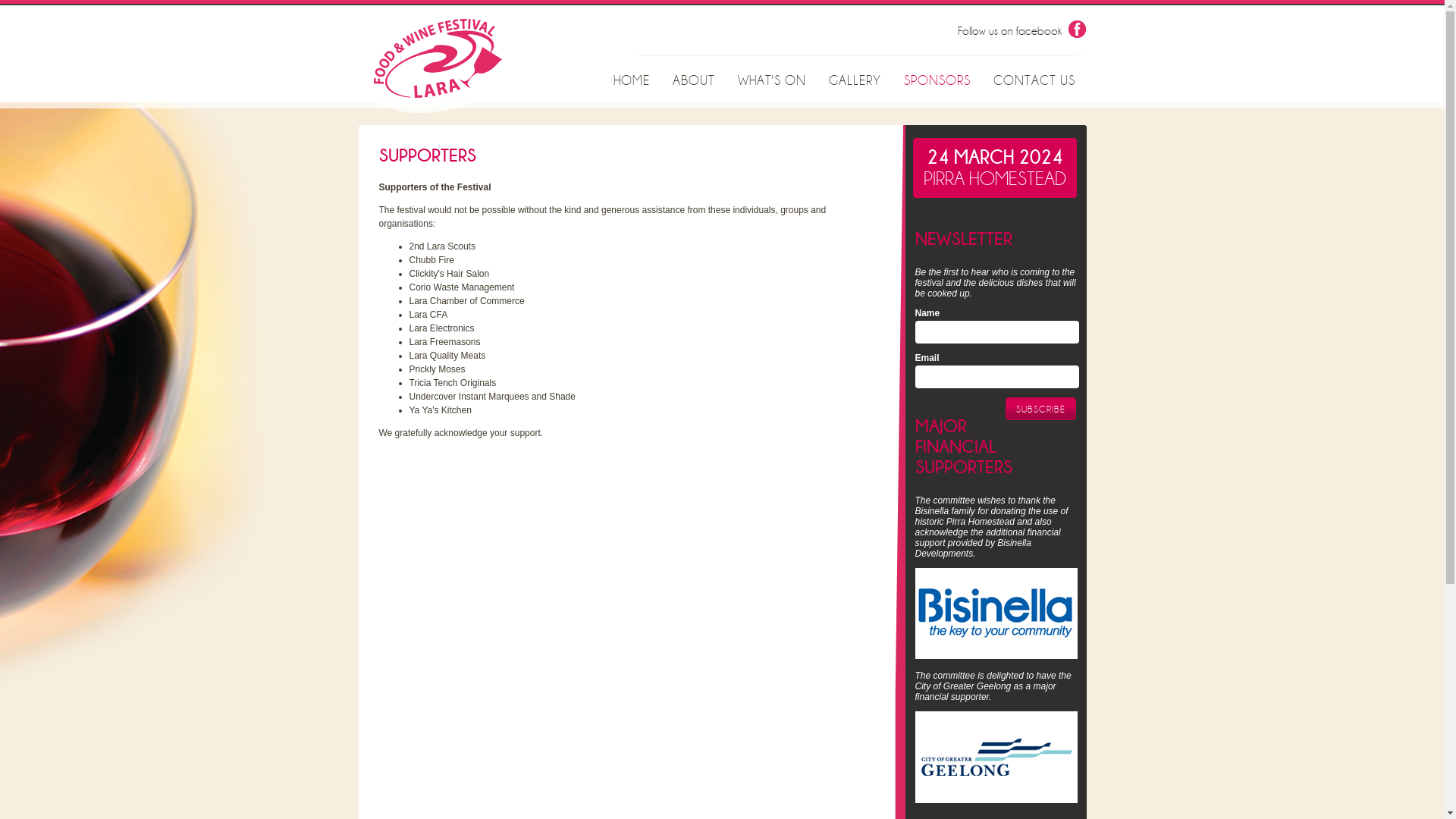 The width and height of the screenshot is (1456, 819). I want to click on 'WHAT'S ON', so click(771, 81).